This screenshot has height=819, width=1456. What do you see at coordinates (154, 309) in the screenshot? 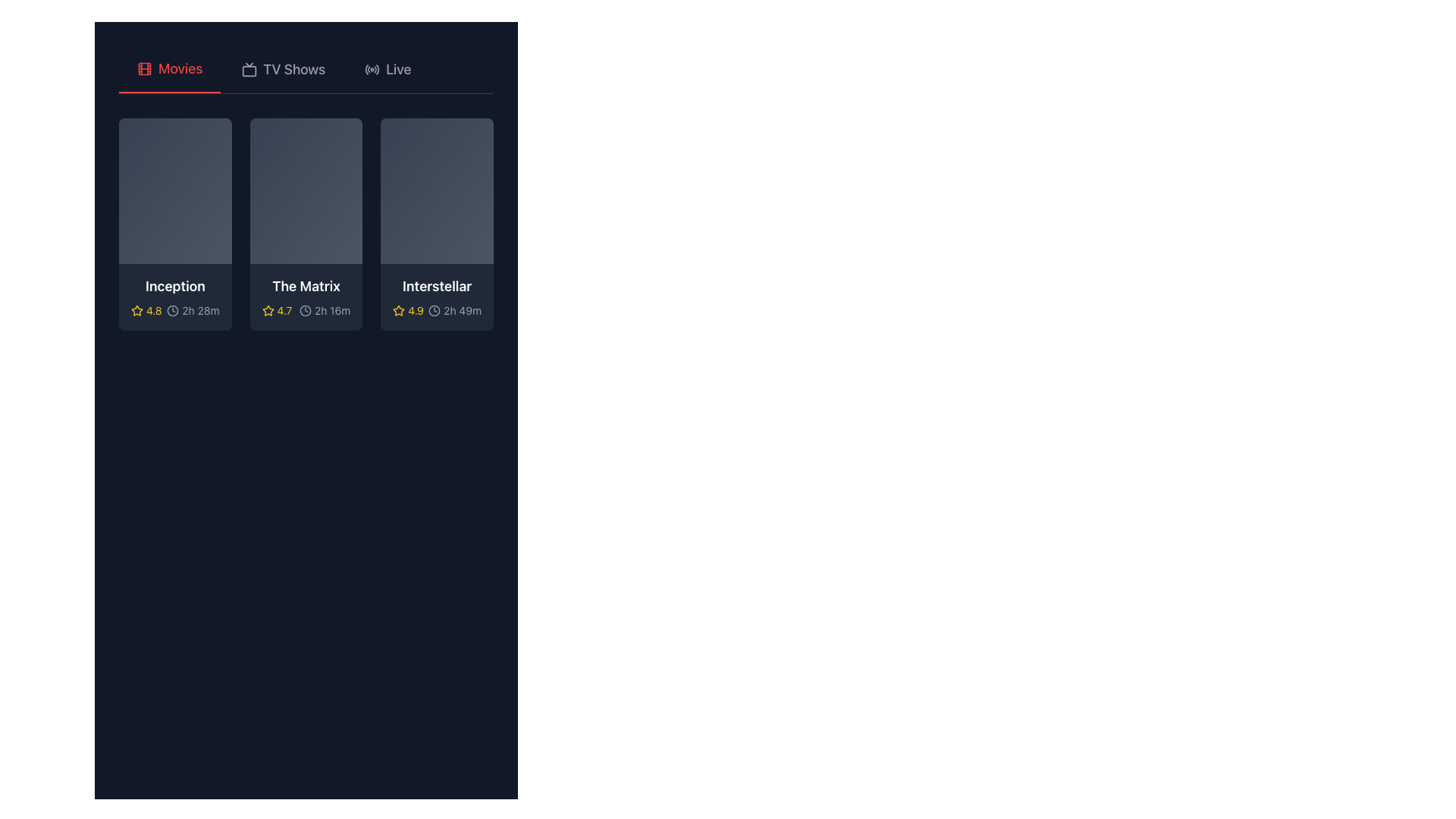
I see `the text label displaying the average rating score of the movie 'Inception', located to the right of the star-shaped icon in the Movies section` at bounding box center [154, 309].